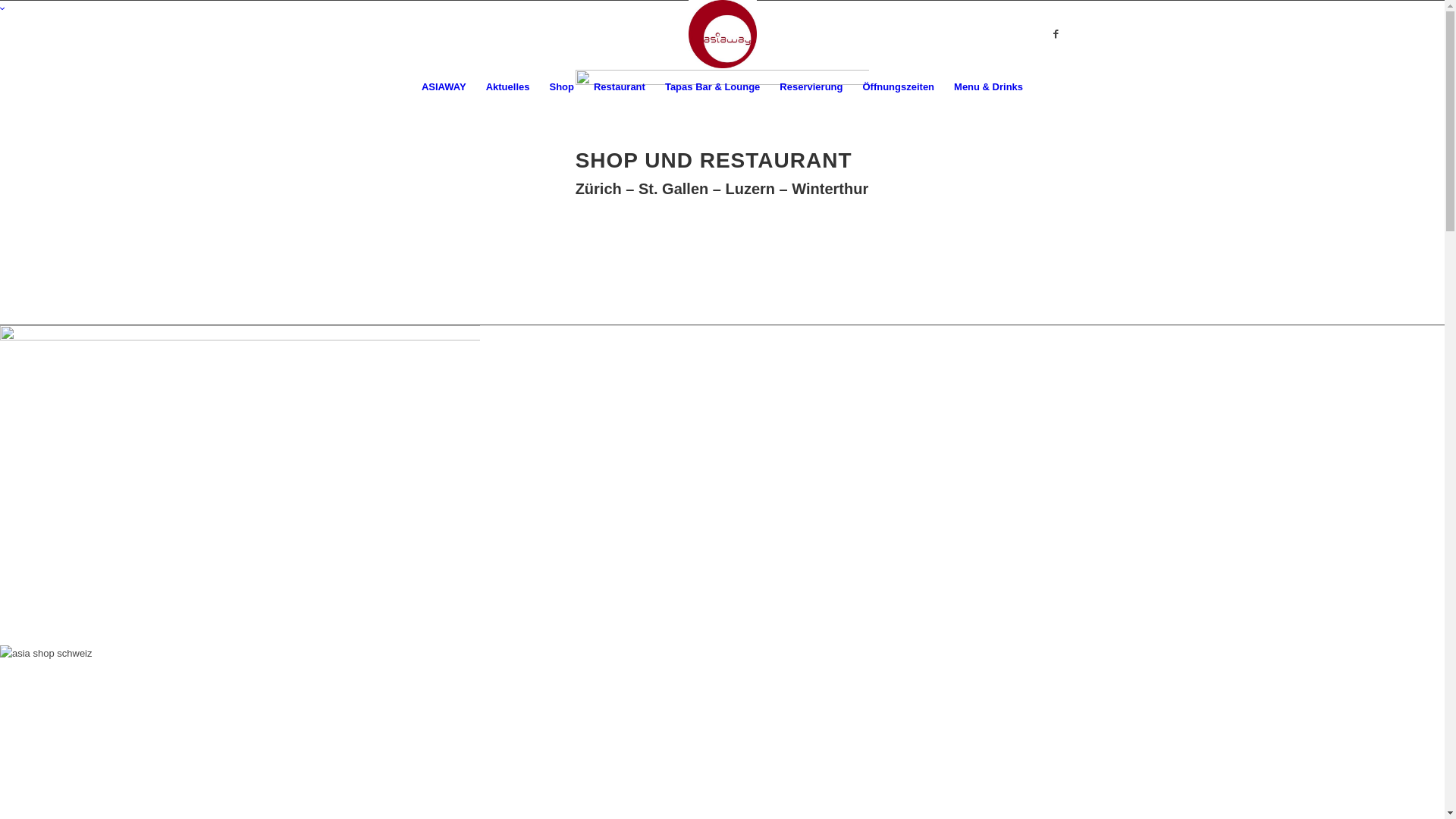  What do you see at coordinates (711, 87) in the screenshot?
I see `'Tapas Bar & Lounge'` at bounding box center [711, 87].